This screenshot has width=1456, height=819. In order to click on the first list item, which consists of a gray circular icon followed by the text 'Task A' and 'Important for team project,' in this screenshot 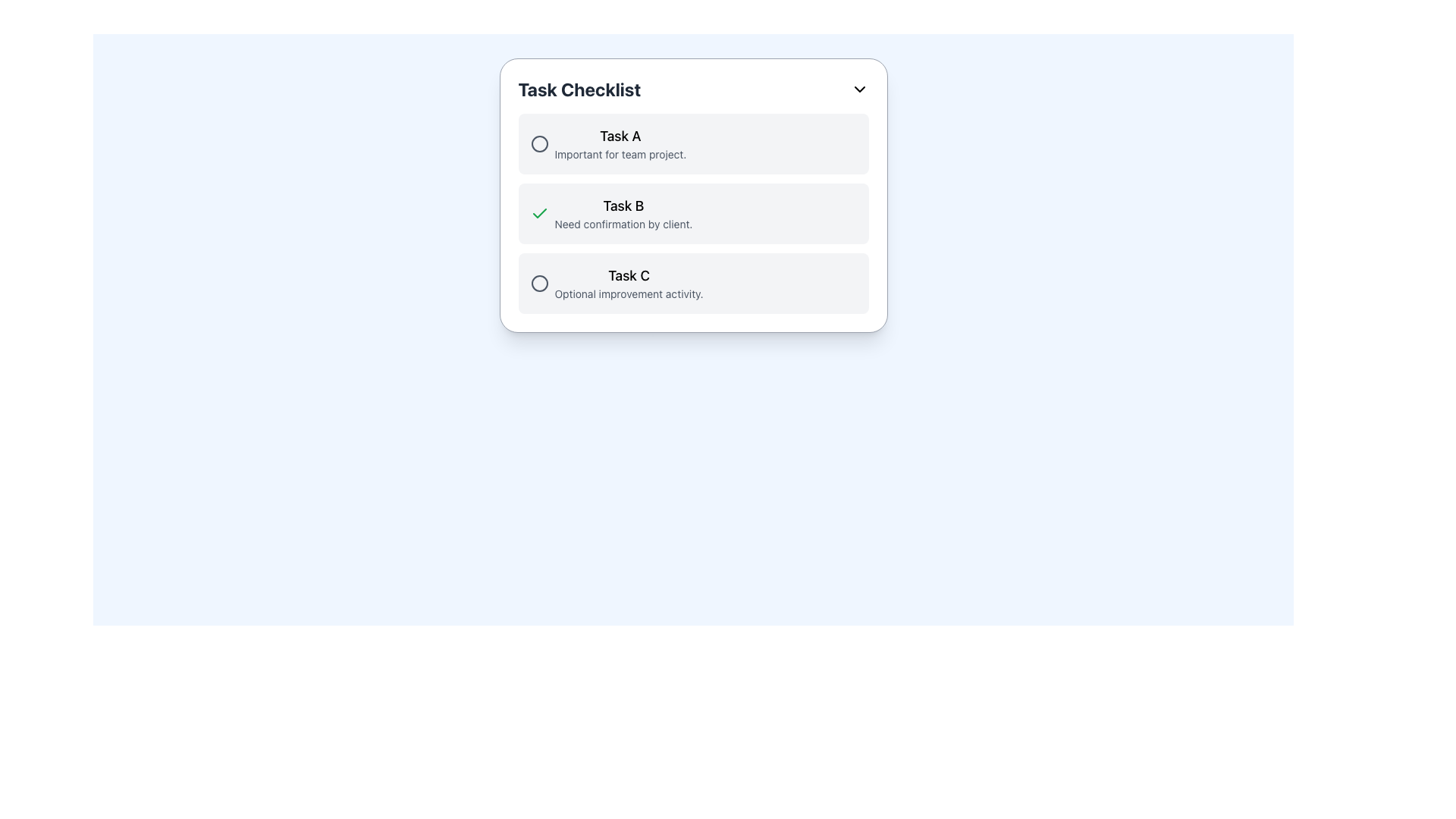, I will do `click(608, 143)`.